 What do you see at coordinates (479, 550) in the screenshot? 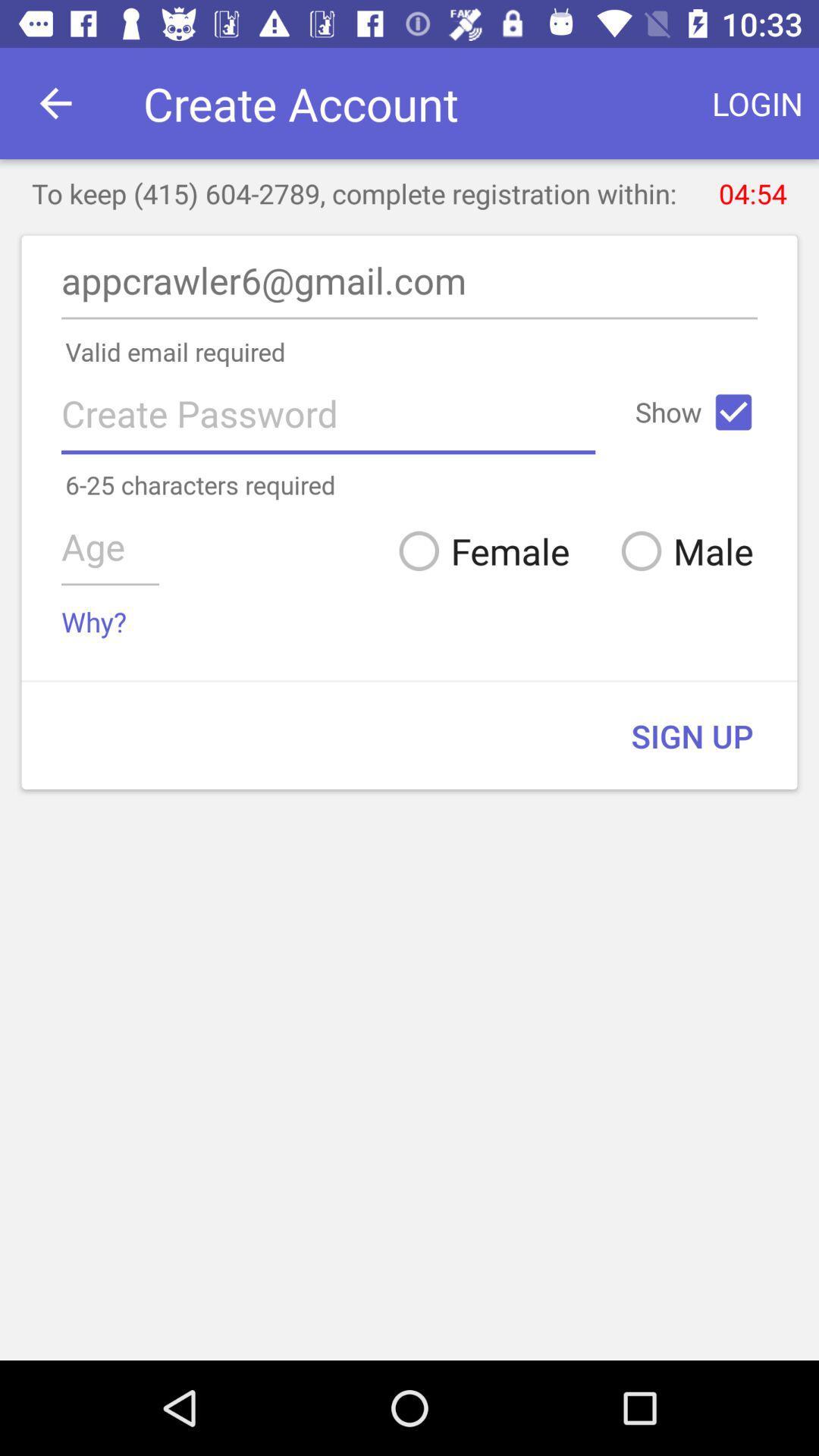
I see `the item to the left of male` at bounding box center [479, 550].